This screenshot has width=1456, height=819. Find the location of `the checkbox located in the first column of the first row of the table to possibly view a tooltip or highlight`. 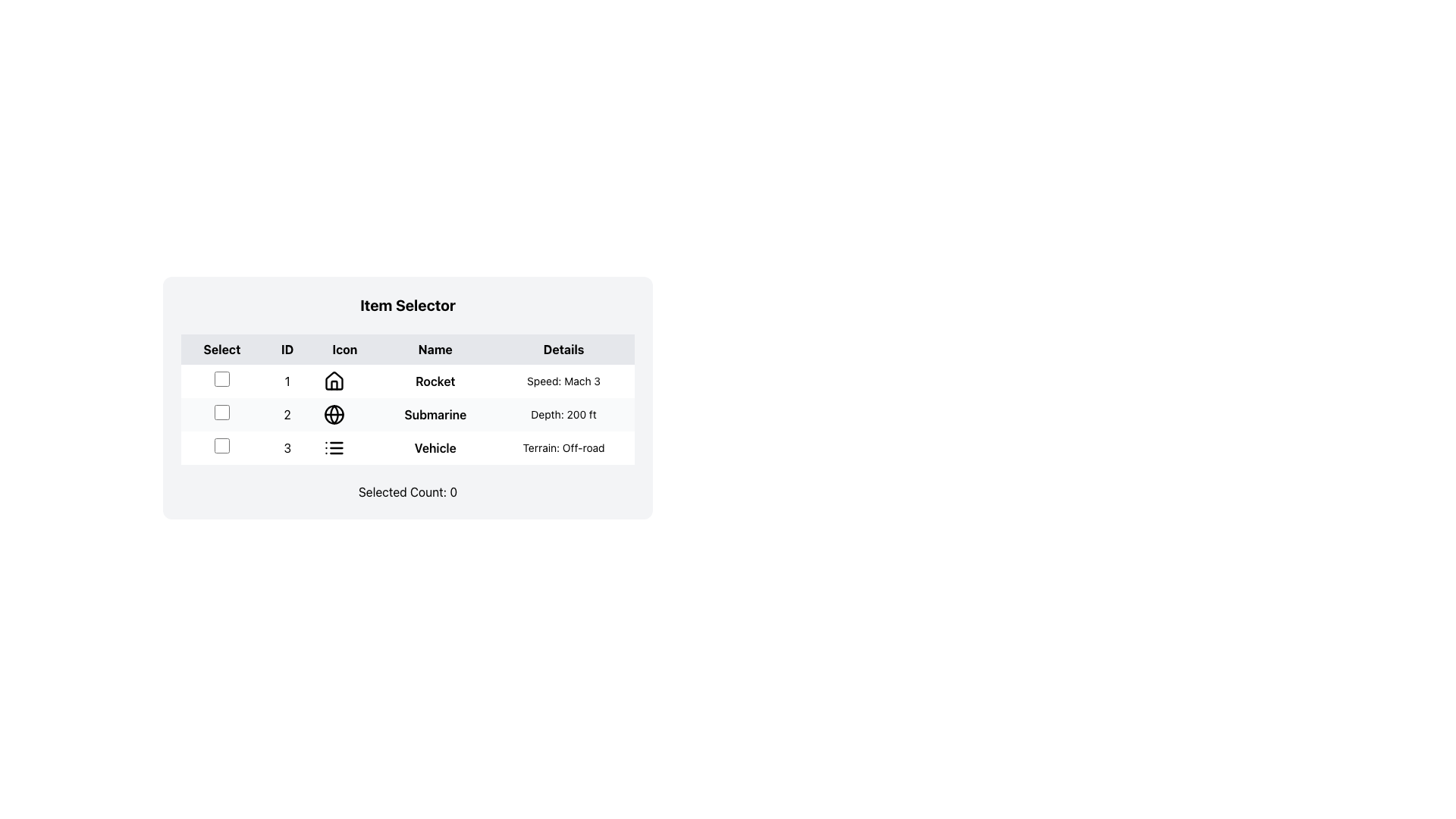

the checkbox located in the first column of the first row of the table to possibly view a tooltip or highlight is located at coordinates (221, 380).